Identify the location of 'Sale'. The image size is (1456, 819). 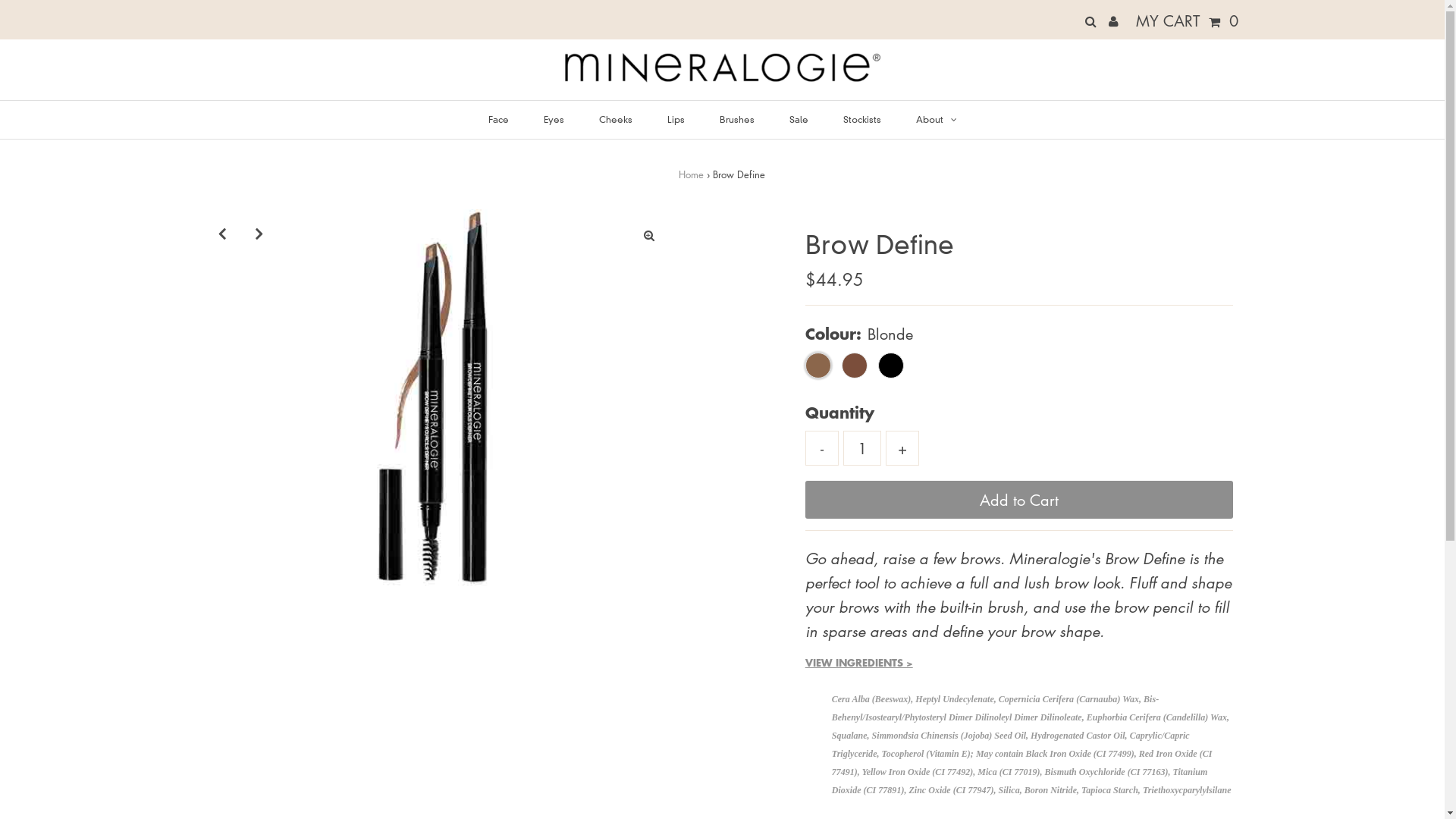
(773, 119).